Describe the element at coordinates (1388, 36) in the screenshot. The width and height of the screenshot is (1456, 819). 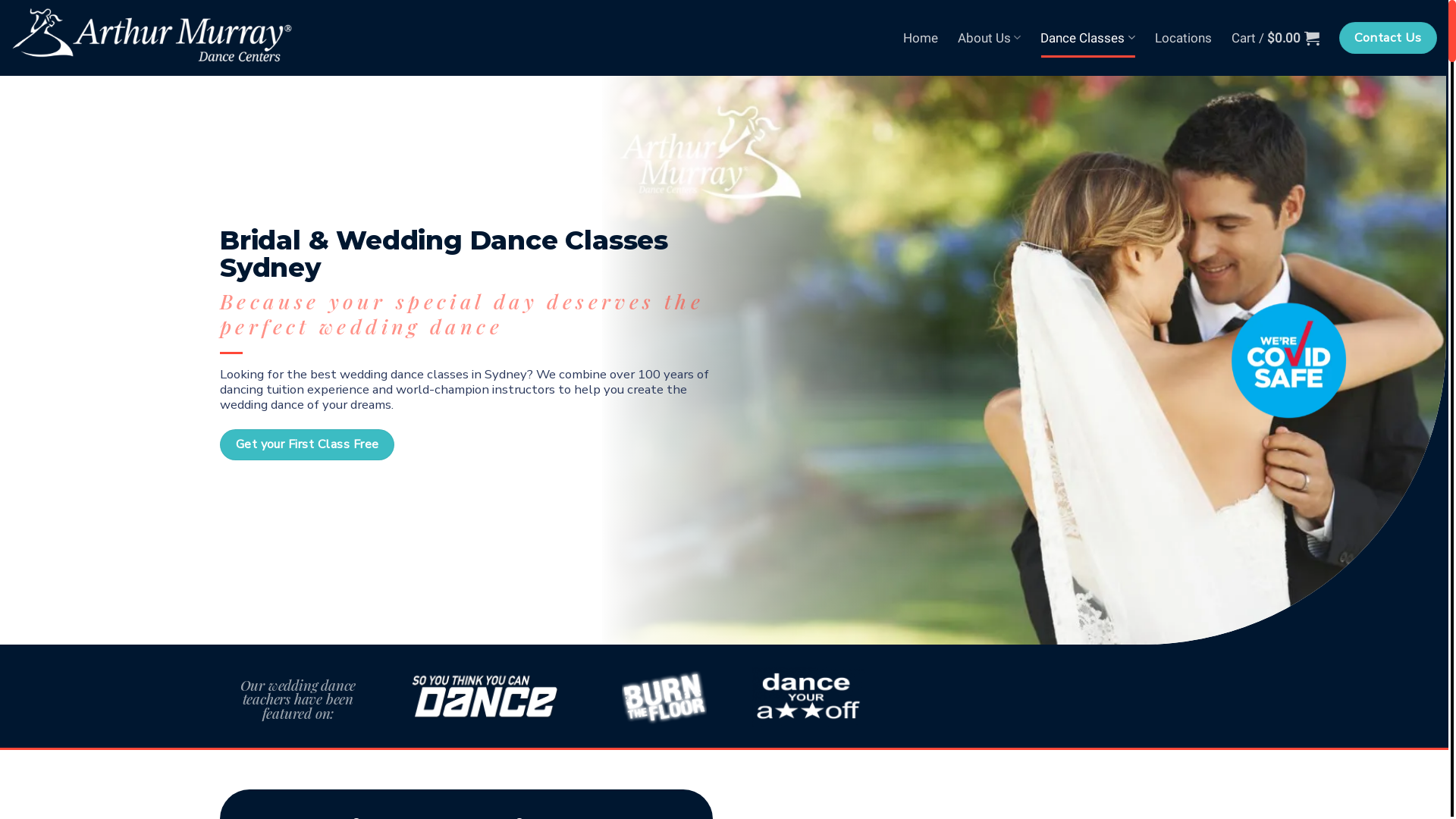
I see `'Contact Us'` at that location.